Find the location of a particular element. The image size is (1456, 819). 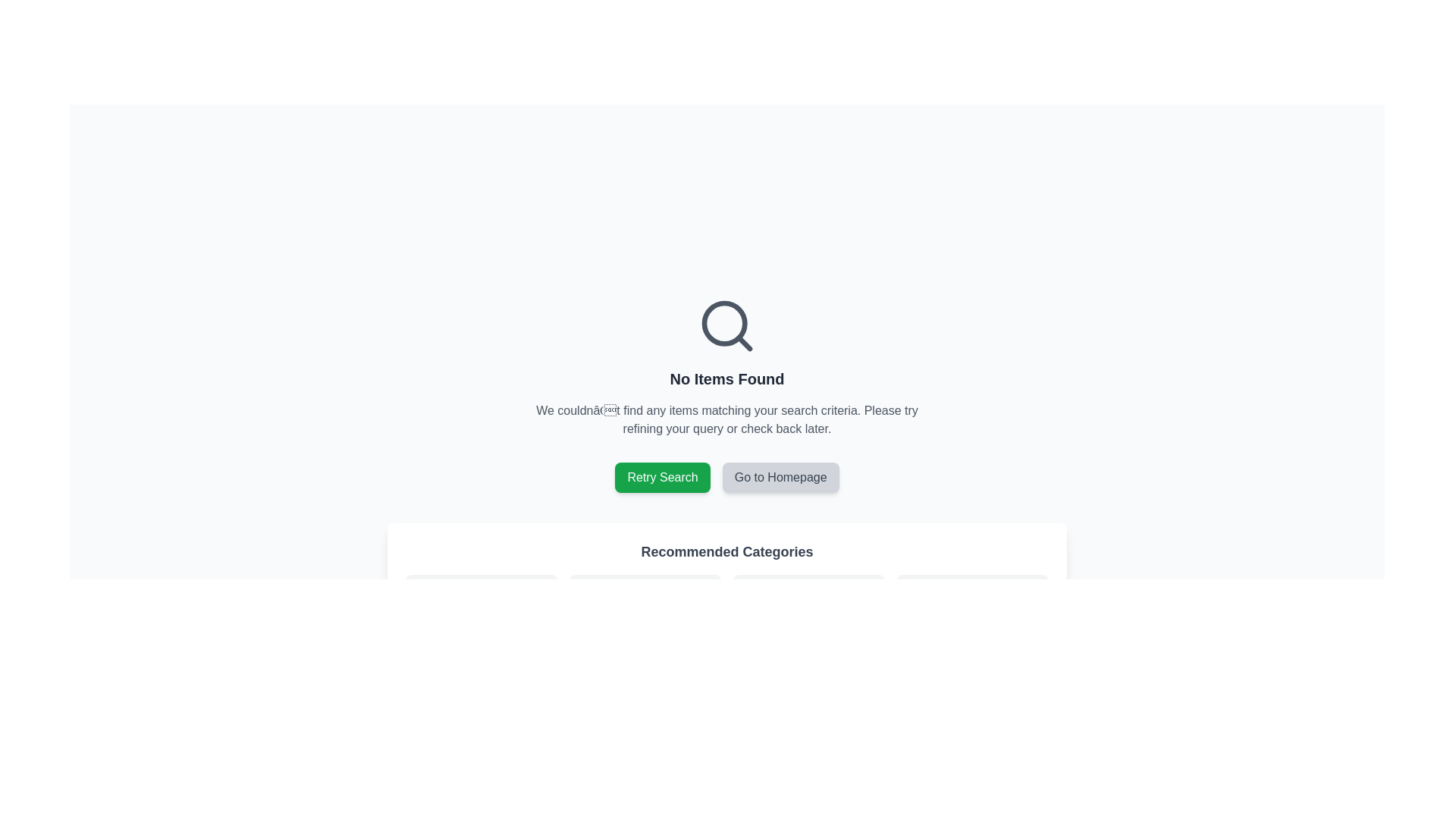

the 'Home' category card located in the bottom-right corner of the grid layout is located at coordinates (972, 610).